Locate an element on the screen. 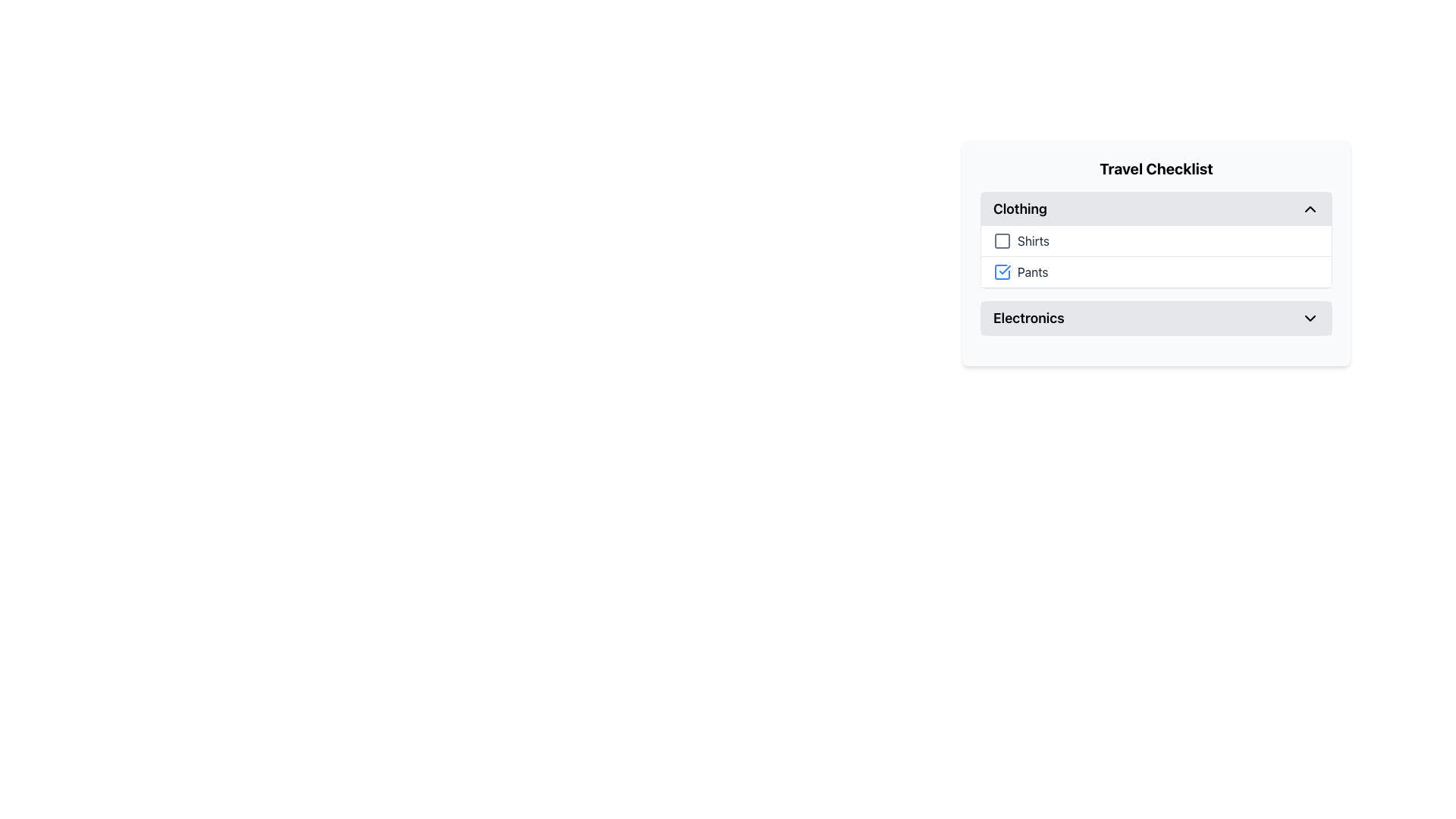 This screenshot has height=819, width=1456. the blue checkmark icon located to the left of the 'Pants' label in the 'Clothing' section of the Travel Checklist interface is located at coordinates (1005, 268).